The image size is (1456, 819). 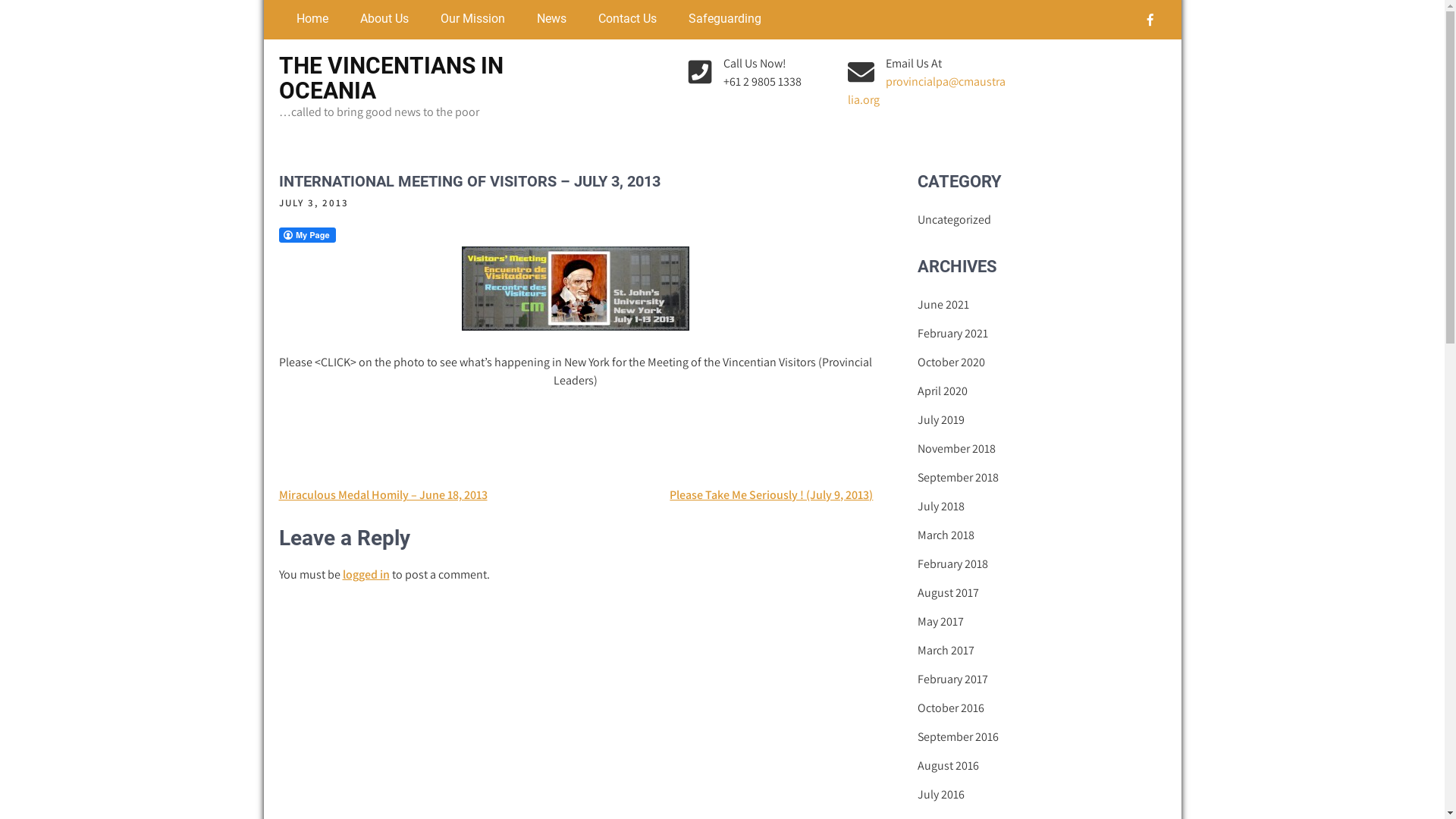 What do you see at coordinates (916, 622) in the screenshot?
I see `'May 2017'` at bounding box center [916, 622].